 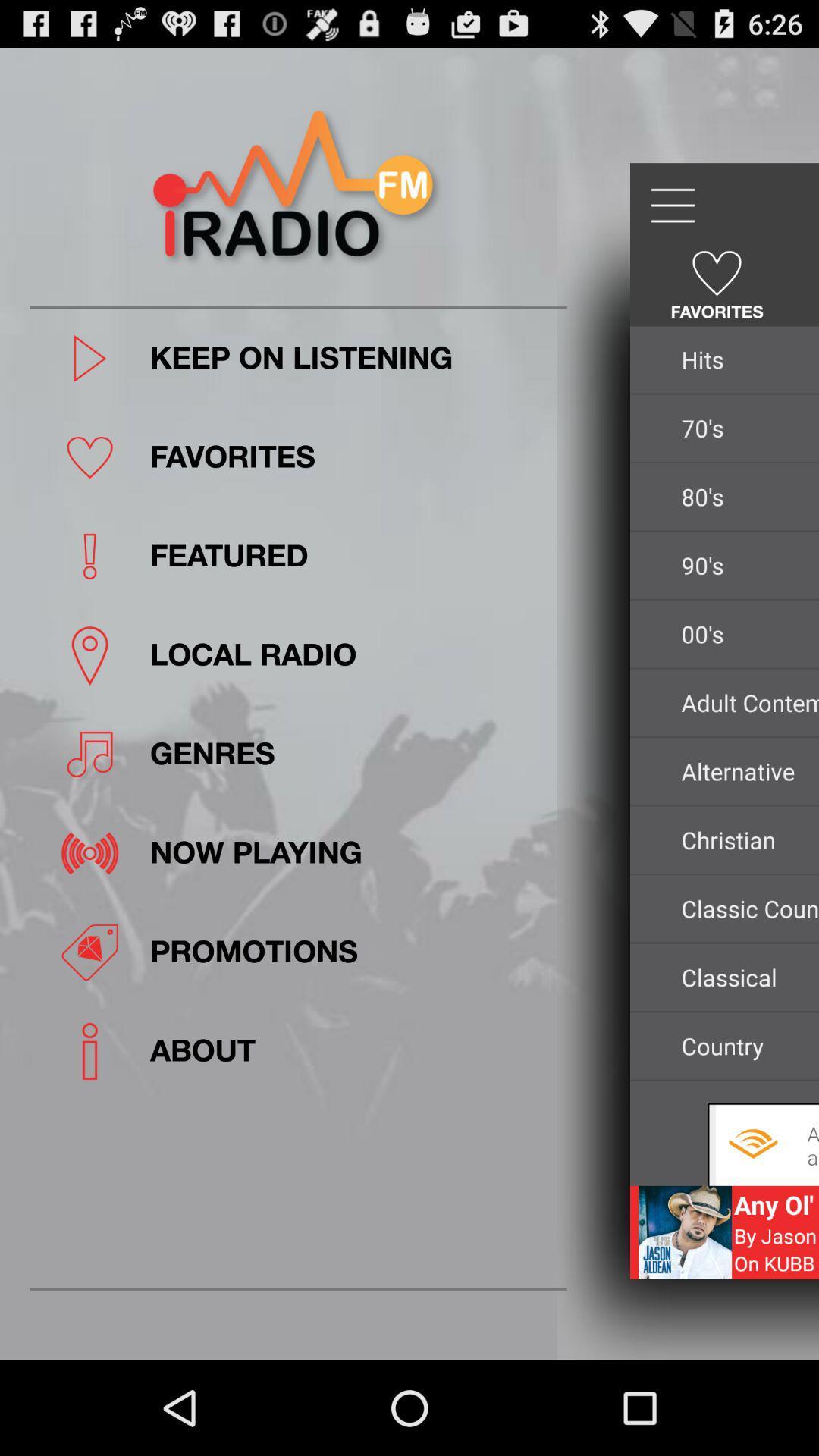 What do you see at coordinates (745, 977) in the screenshot?
I see `app below classic country icon` at bounding box center [745, 977].